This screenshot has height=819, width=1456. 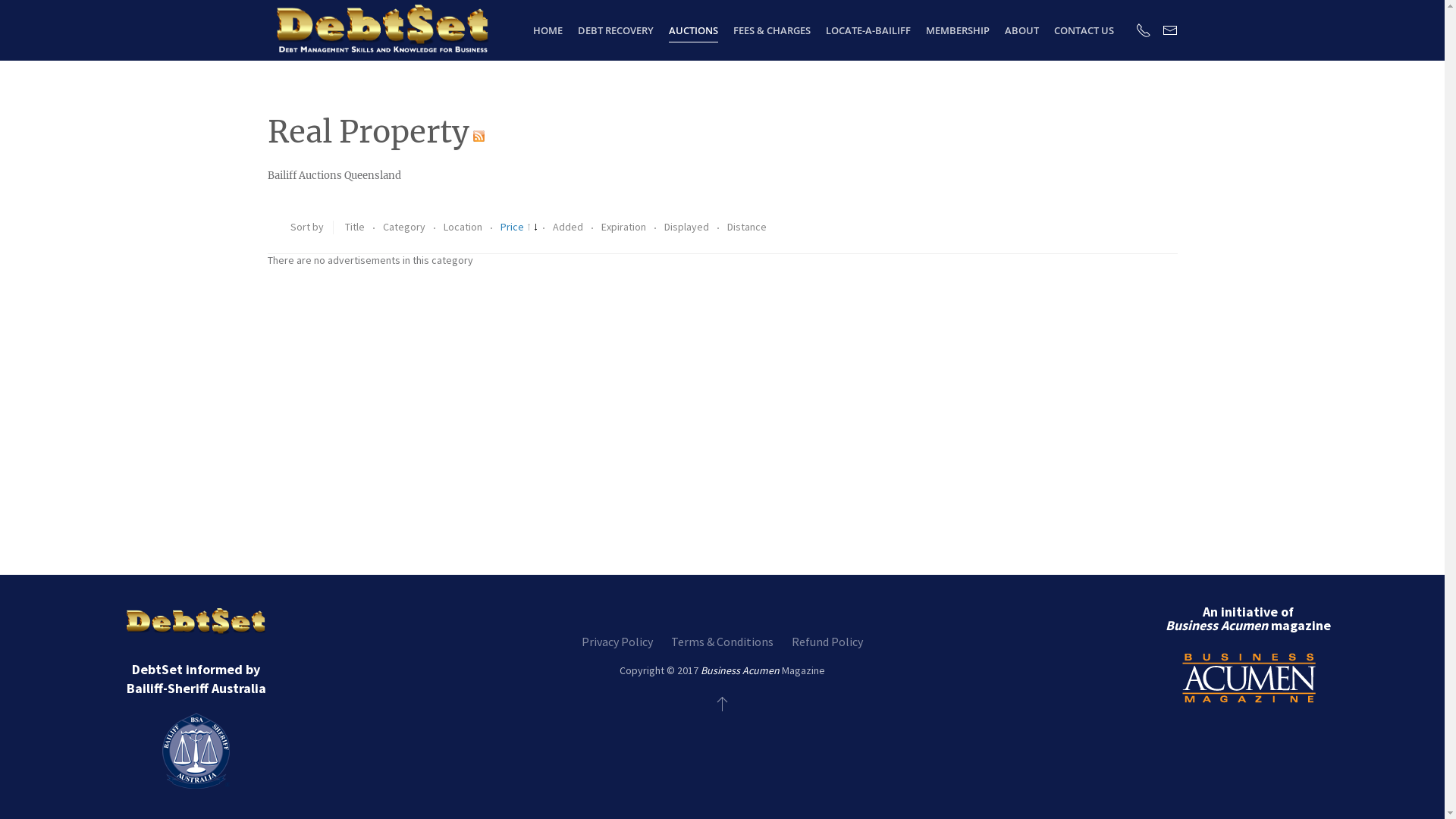 I want to click on 'Bailiff Auctions Queensland', so click(x=333, y=174).